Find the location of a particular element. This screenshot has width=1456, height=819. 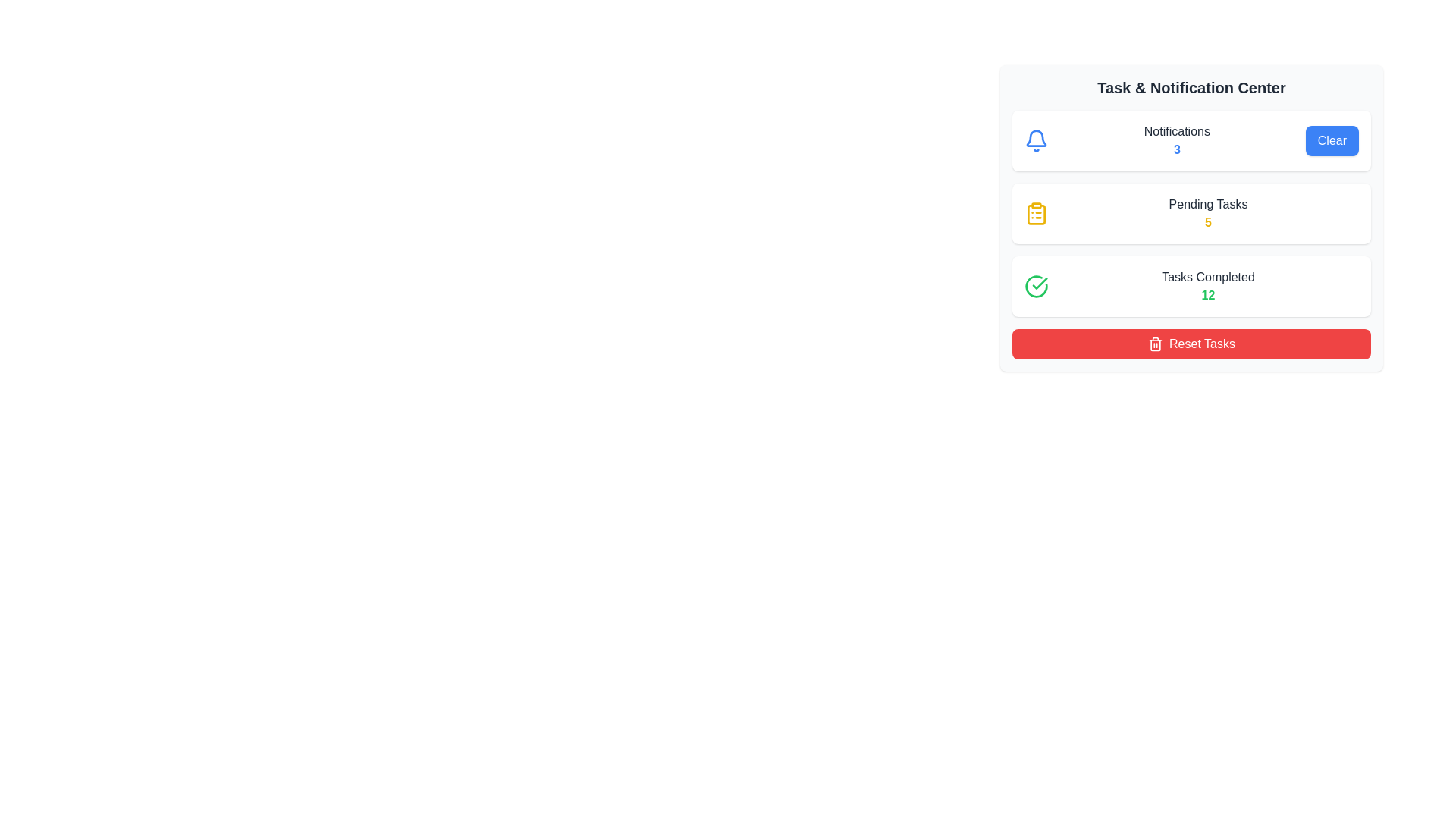

the 'Tasks Completed' text display, which shows a green bold number '12' beneath the label in a dark gray color, located in the lower part of the 'Task & Notification Center' card is located at coordinates (1207, 287).